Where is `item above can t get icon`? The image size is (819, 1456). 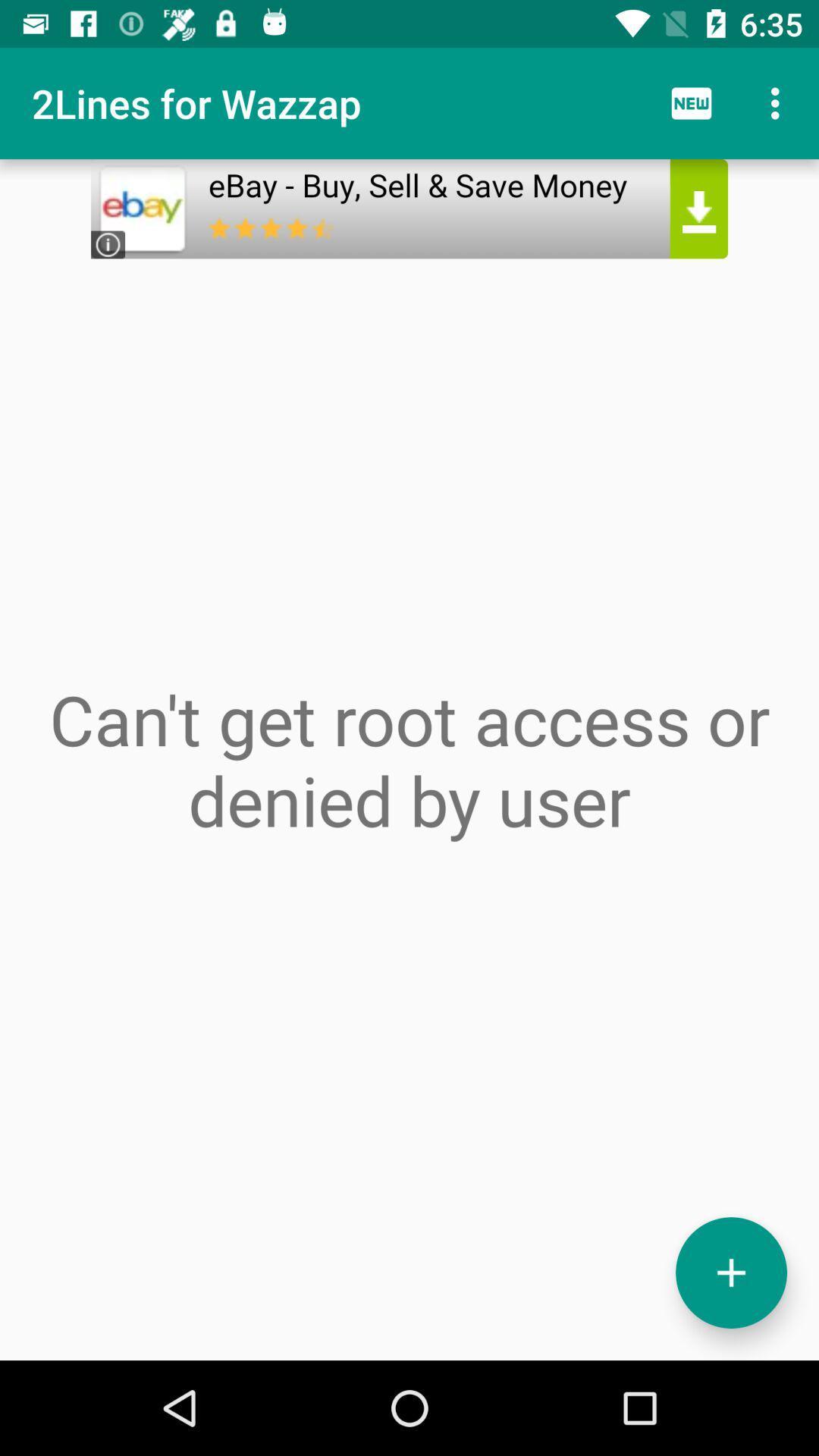 item above can t get icon is located at coordinates (409, 262).